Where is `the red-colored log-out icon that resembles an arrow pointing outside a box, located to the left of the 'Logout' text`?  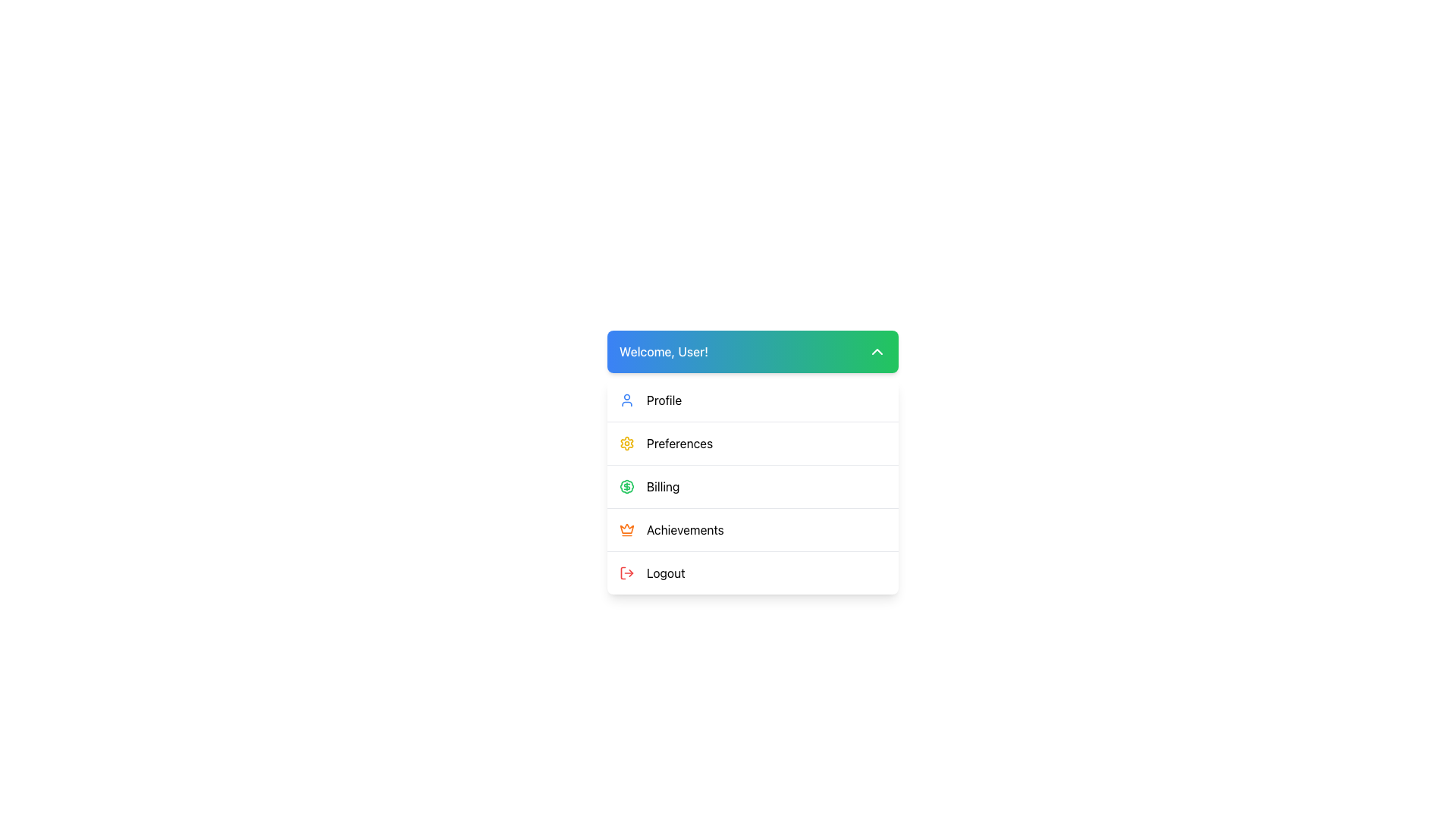 the red-colored log-out icon that resembles an arrow pointing outside a box, located to the left of the 'Logout' text is located at coordinates (626, 573).